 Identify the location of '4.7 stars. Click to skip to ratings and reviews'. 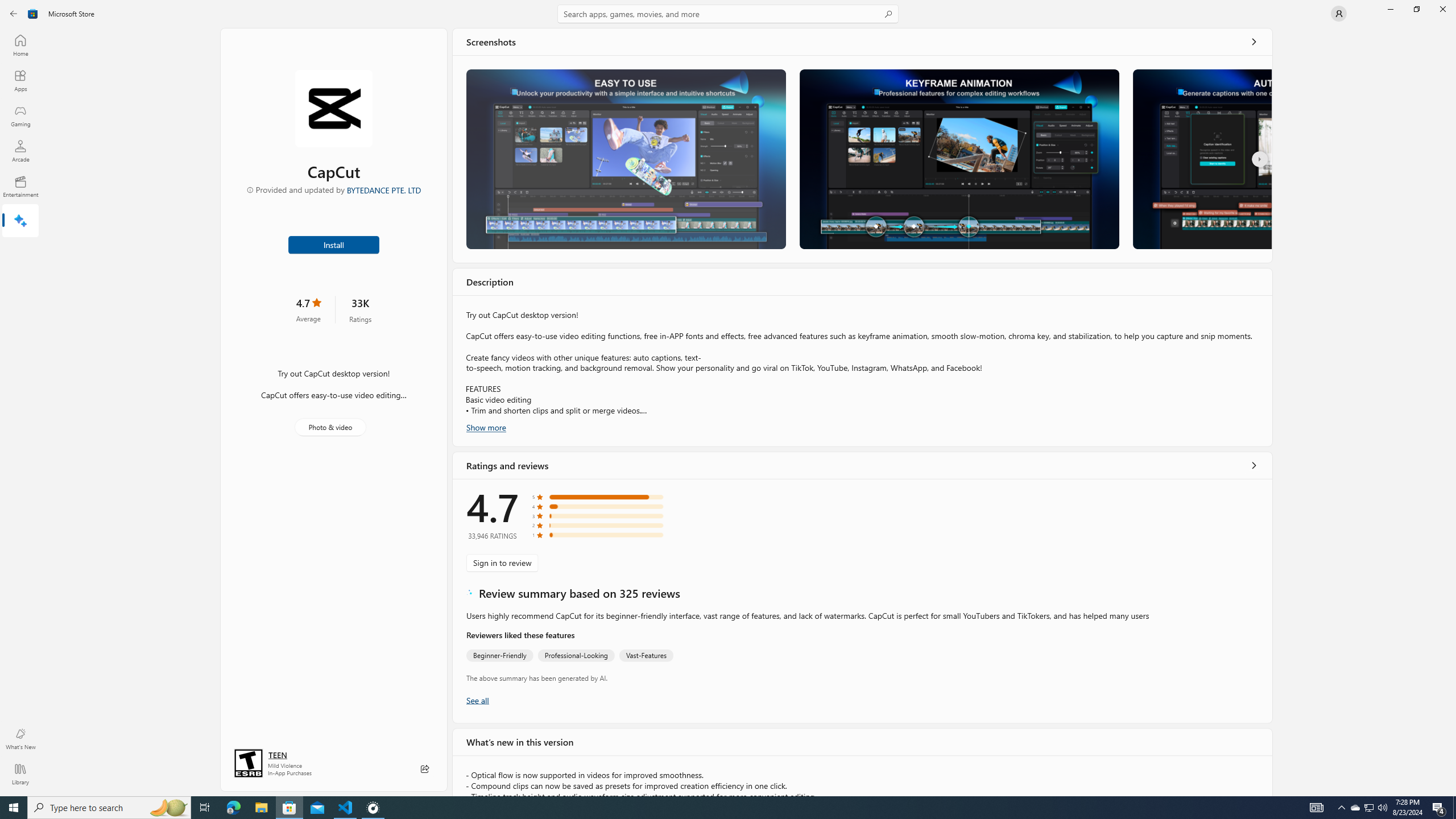
(308, 309).